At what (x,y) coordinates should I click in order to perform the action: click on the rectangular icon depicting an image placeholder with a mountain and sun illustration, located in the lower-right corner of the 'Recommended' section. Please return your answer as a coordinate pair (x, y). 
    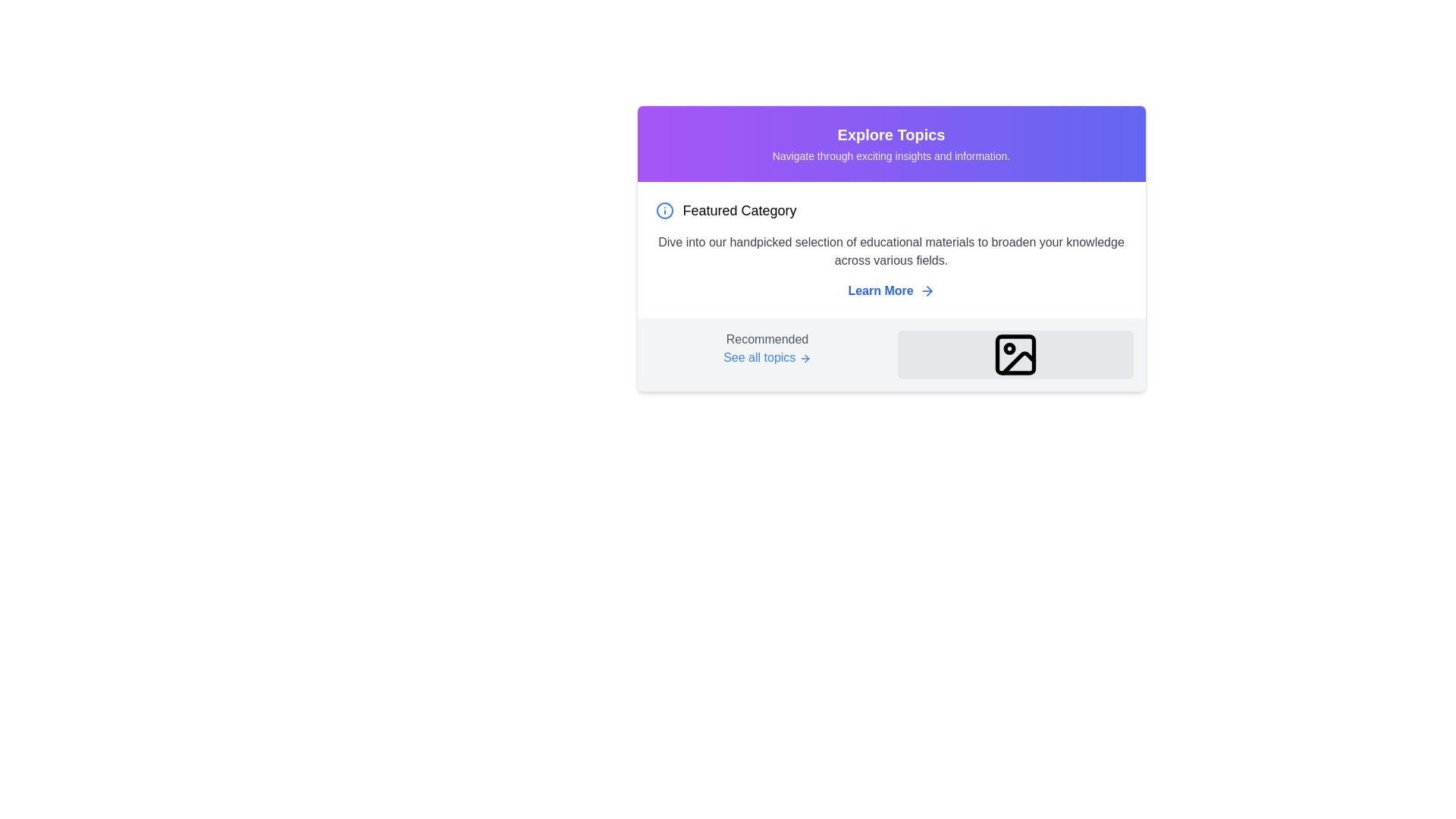
    Looking at the image, I should click on (1015, 354).